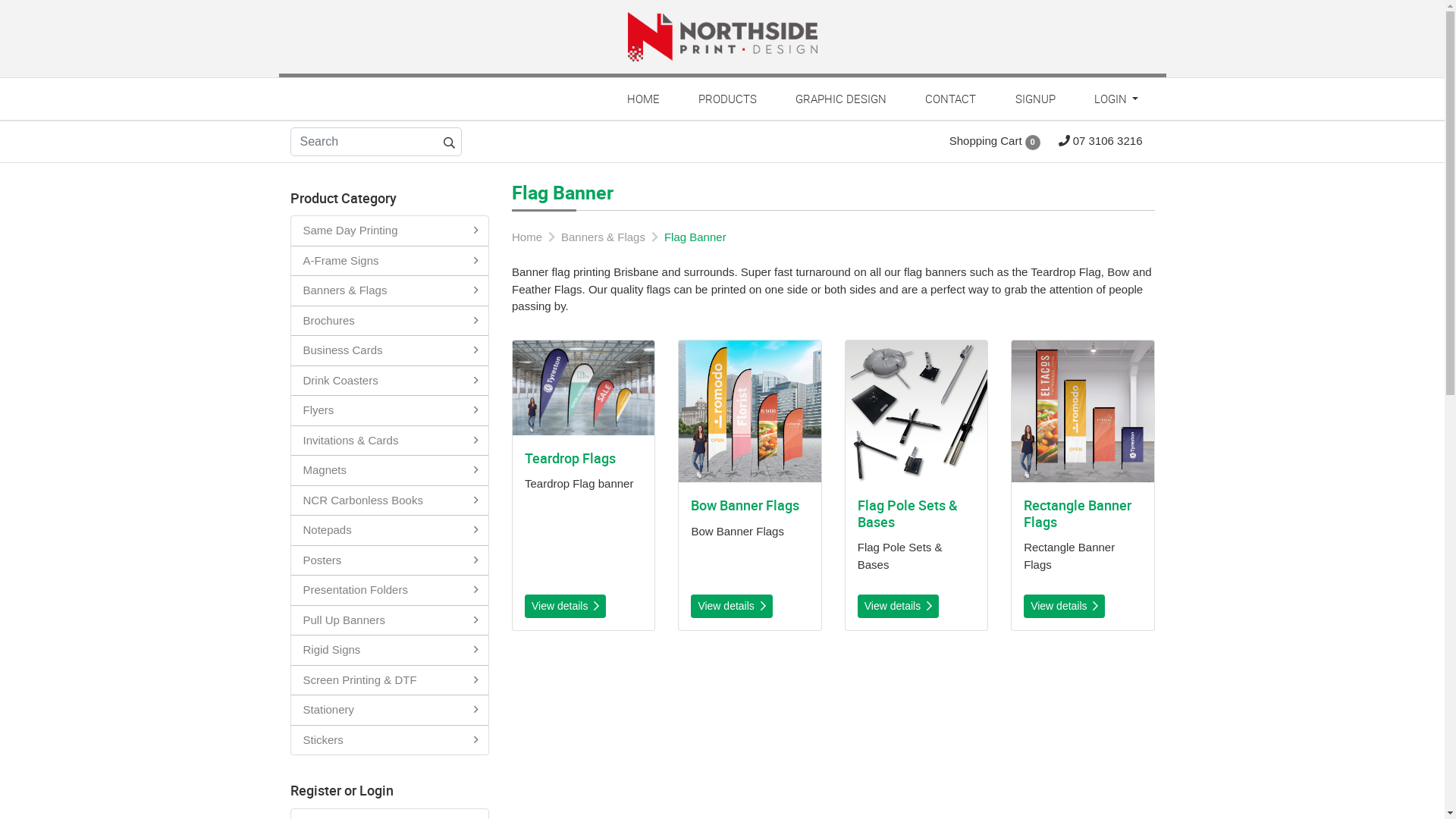 The width and height of the screenshot is (1456, 819). I want to click on 'Shopping Cart 0', so click(994, 140).